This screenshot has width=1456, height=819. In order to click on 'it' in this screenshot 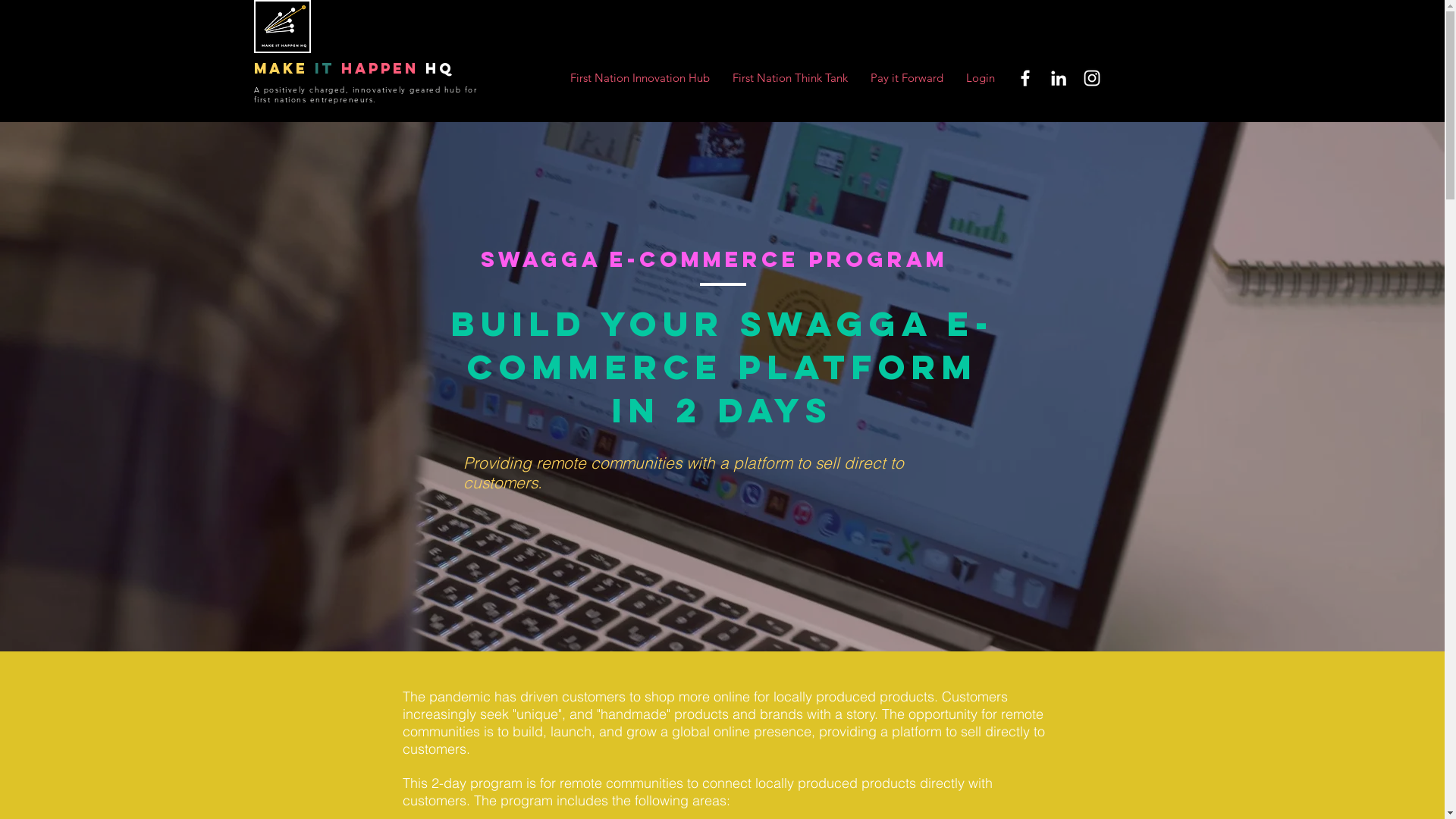, I will do `click(323, 67)`.